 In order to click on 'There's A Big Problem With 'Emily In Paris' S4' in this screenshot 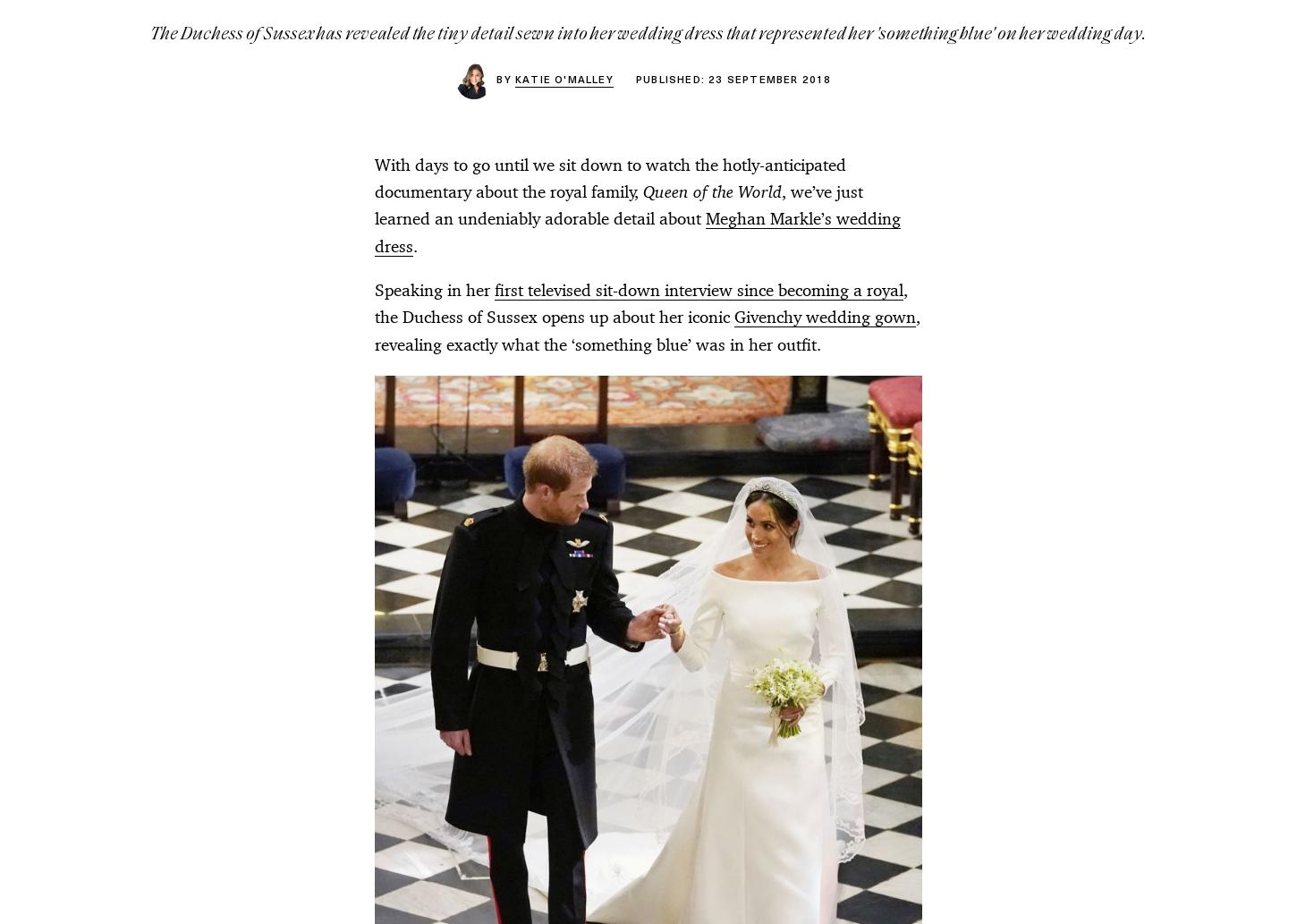, I will do `click(659, 125)`.